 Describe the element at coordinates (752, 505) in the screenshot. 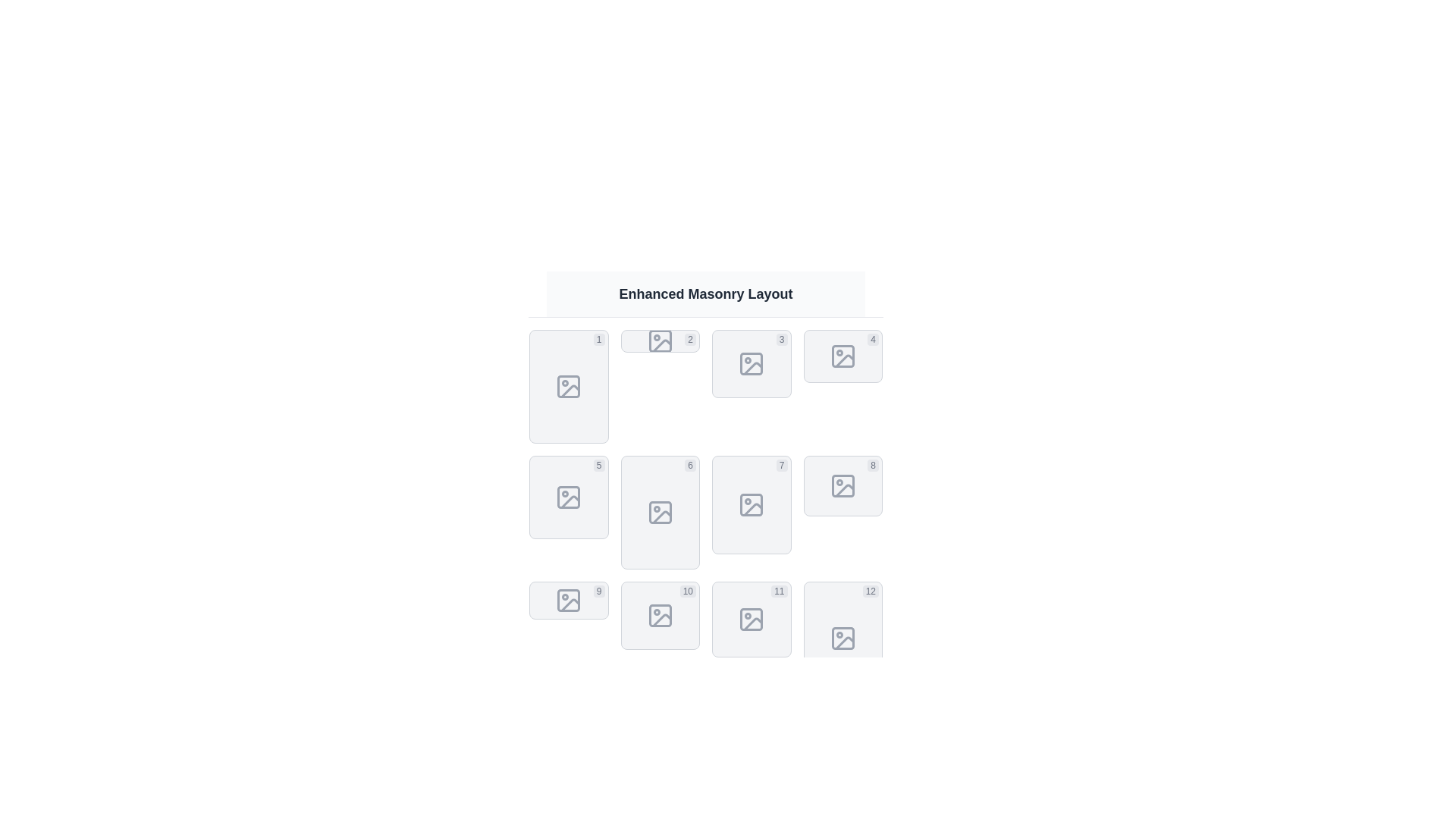

I see `the icon resembling a picture frame with a centered circle and a diagonal line in the seventh panel of the grid layout` at that location.